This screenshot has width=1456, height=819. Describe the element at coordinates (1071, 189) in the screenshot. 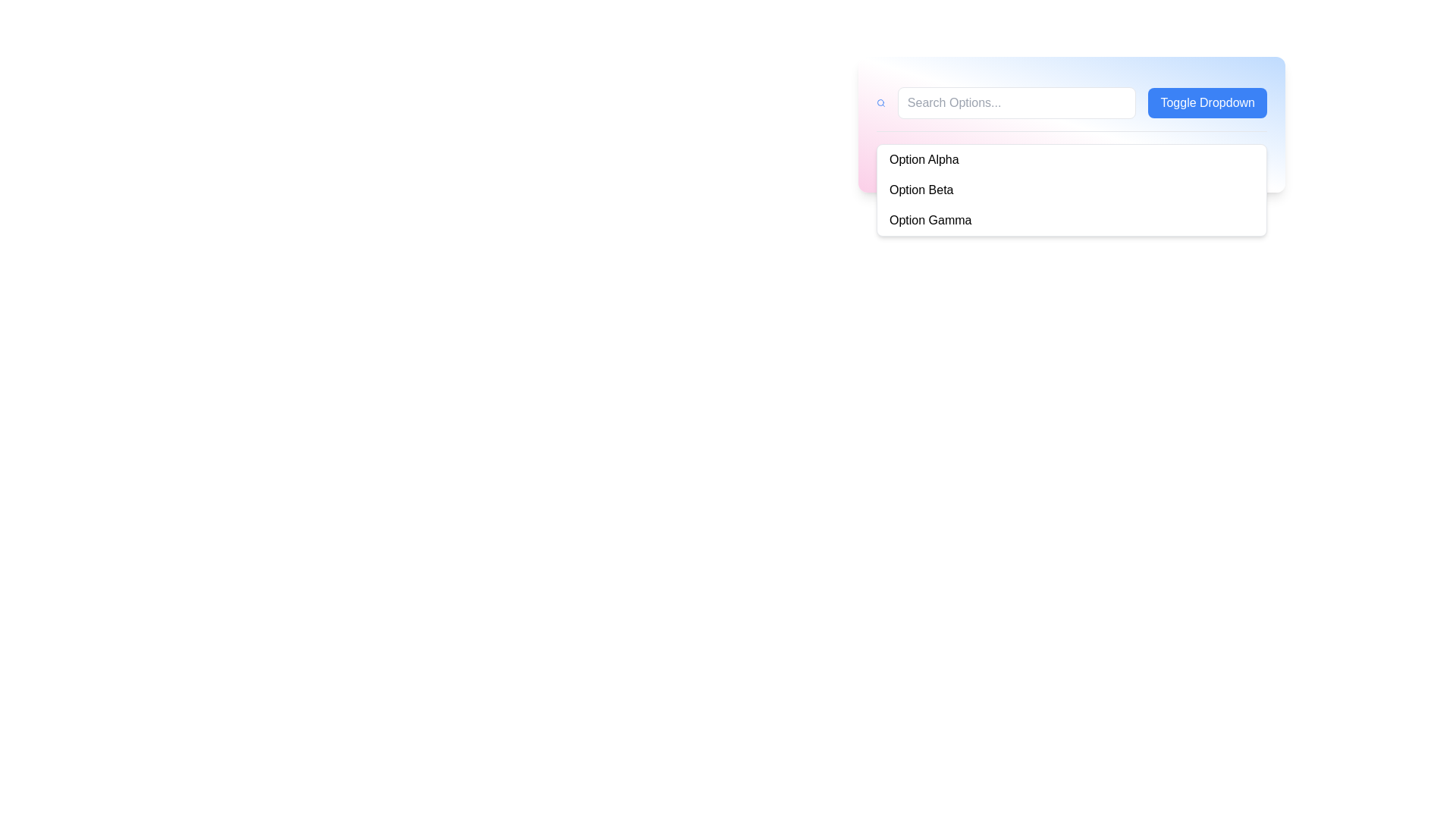

I see `the second option in the dropdown menu that allows users to select 'Option Beta', which is positioned below 'Option Alpha' and above 'Option Gamma'` at that location.